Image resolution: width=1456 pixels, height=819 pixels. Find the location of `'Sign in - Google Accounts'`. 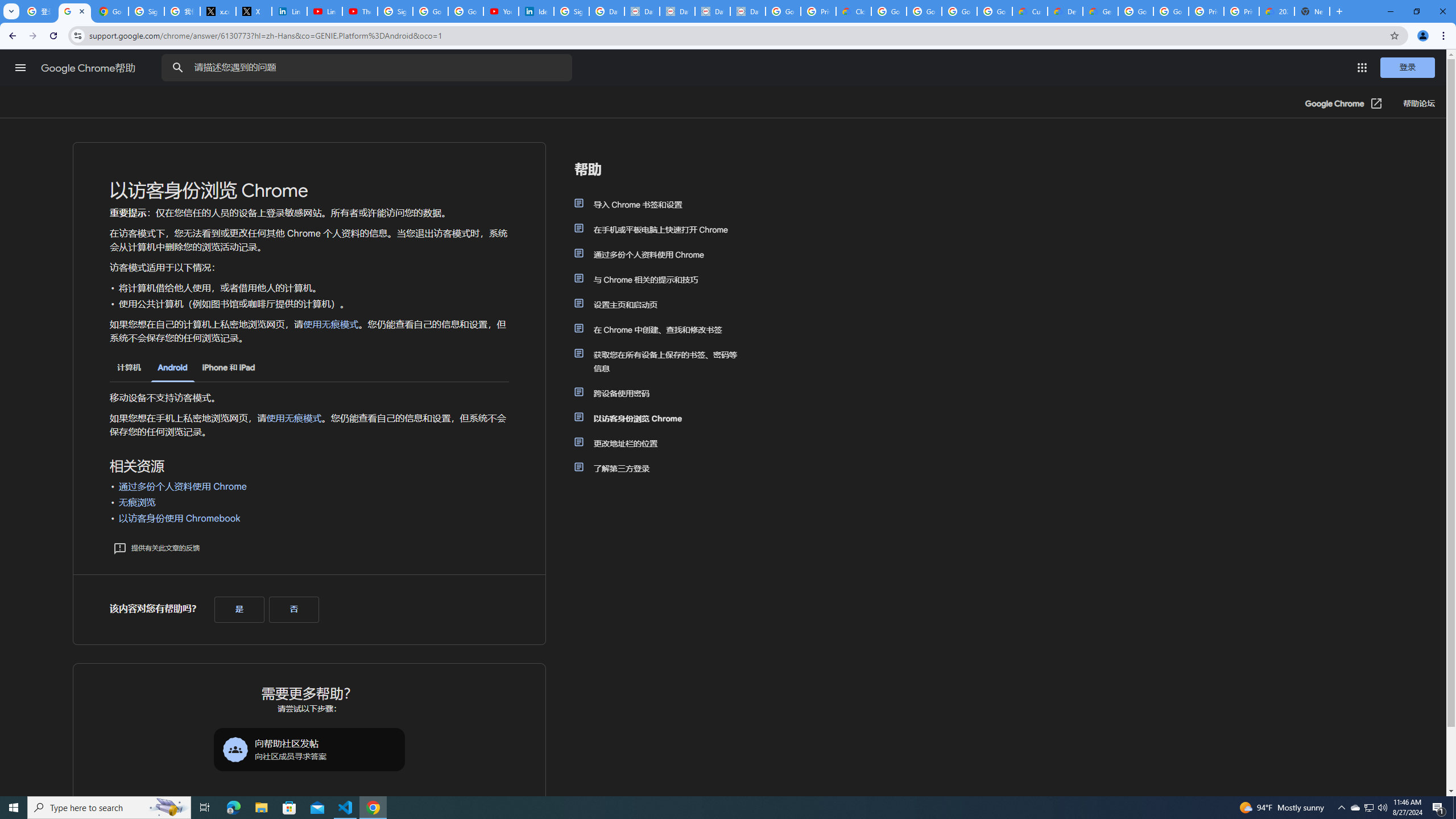

'Sign in - Google Accounts' is located at coordinates (395, 11).